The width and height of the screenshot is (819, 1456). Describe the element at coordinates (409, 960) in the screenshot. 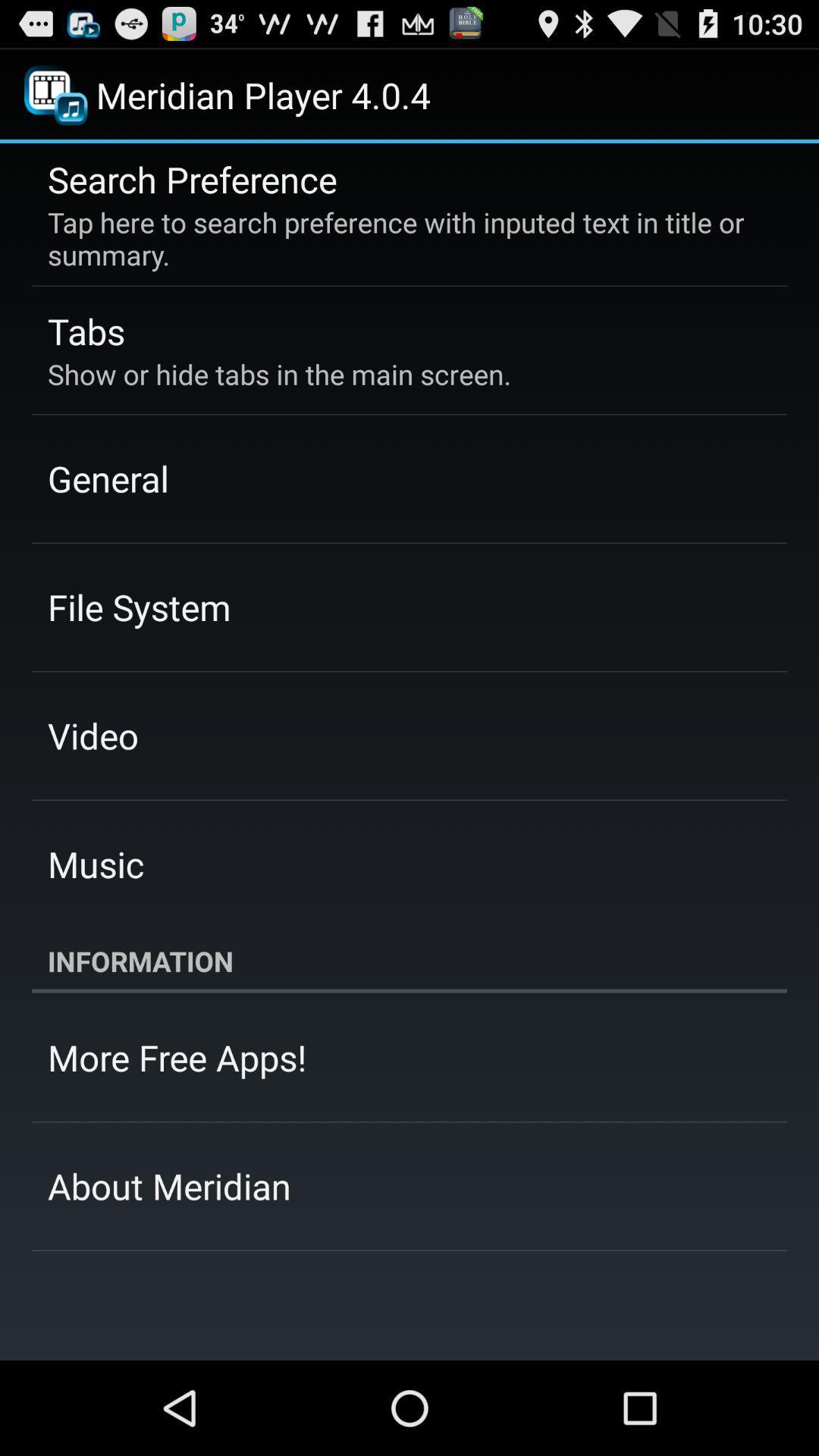

I see `the information item` at that location.